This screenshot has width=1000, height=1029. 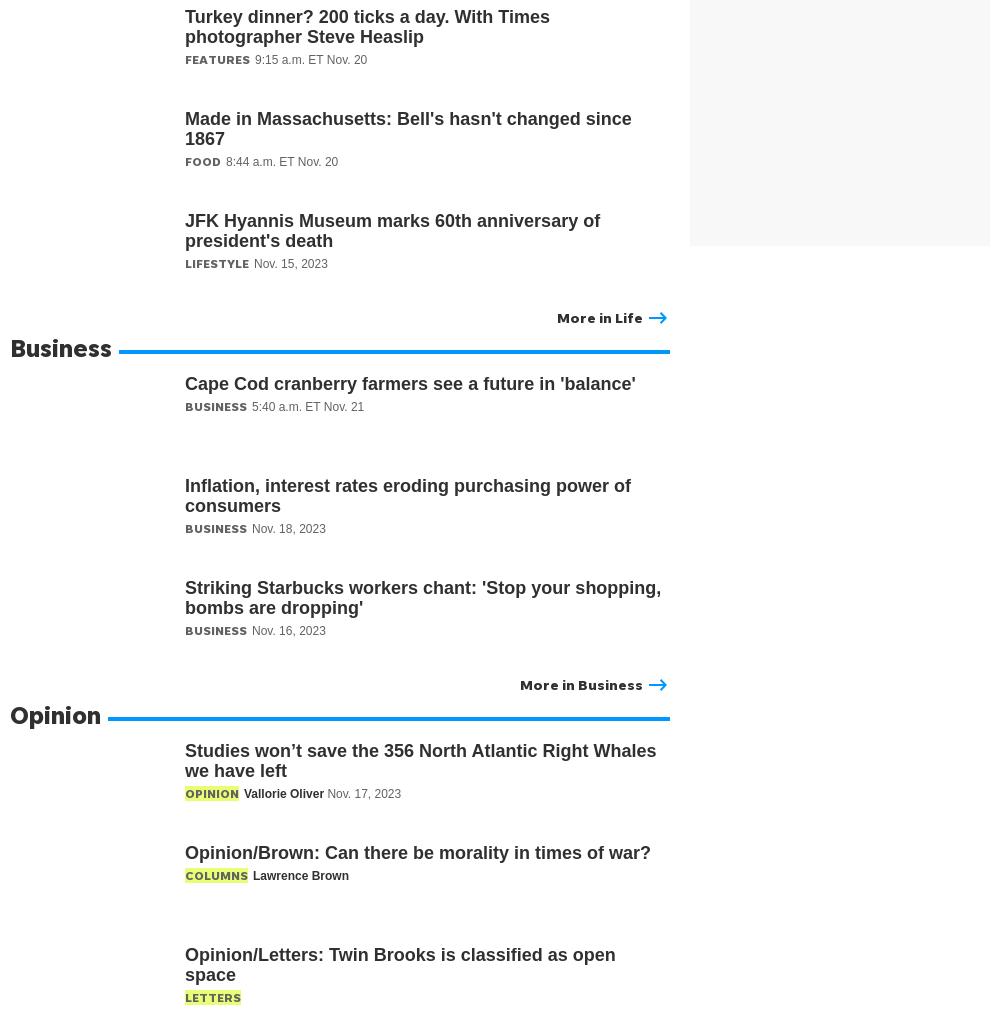 I want to click on 'Striking Starbucks workers chant: 'Stop your shopping, bombs are dropping'', so click(x=185, y=597).